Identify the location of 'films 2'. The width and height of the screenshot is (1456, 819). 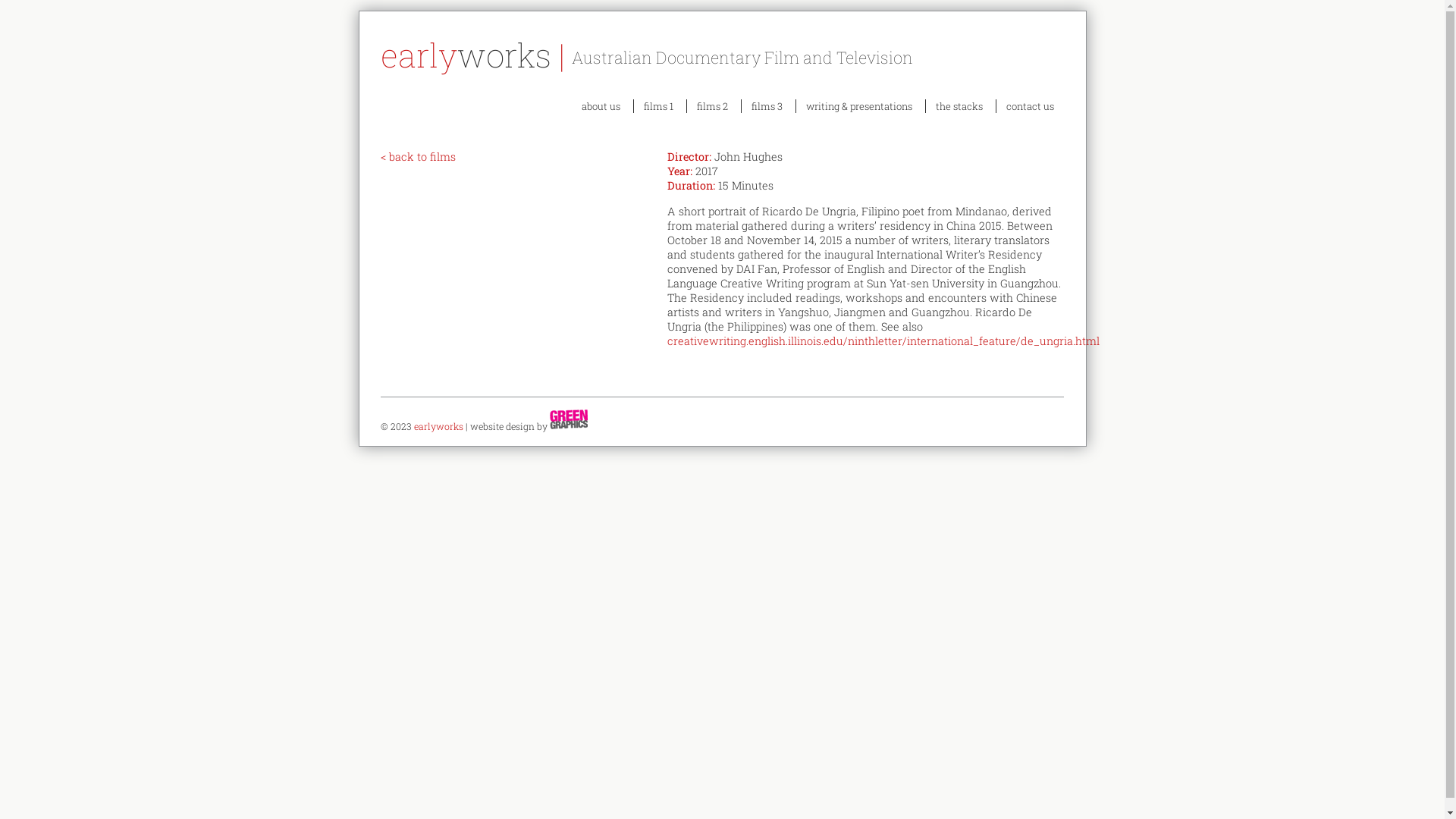
(686, 105).